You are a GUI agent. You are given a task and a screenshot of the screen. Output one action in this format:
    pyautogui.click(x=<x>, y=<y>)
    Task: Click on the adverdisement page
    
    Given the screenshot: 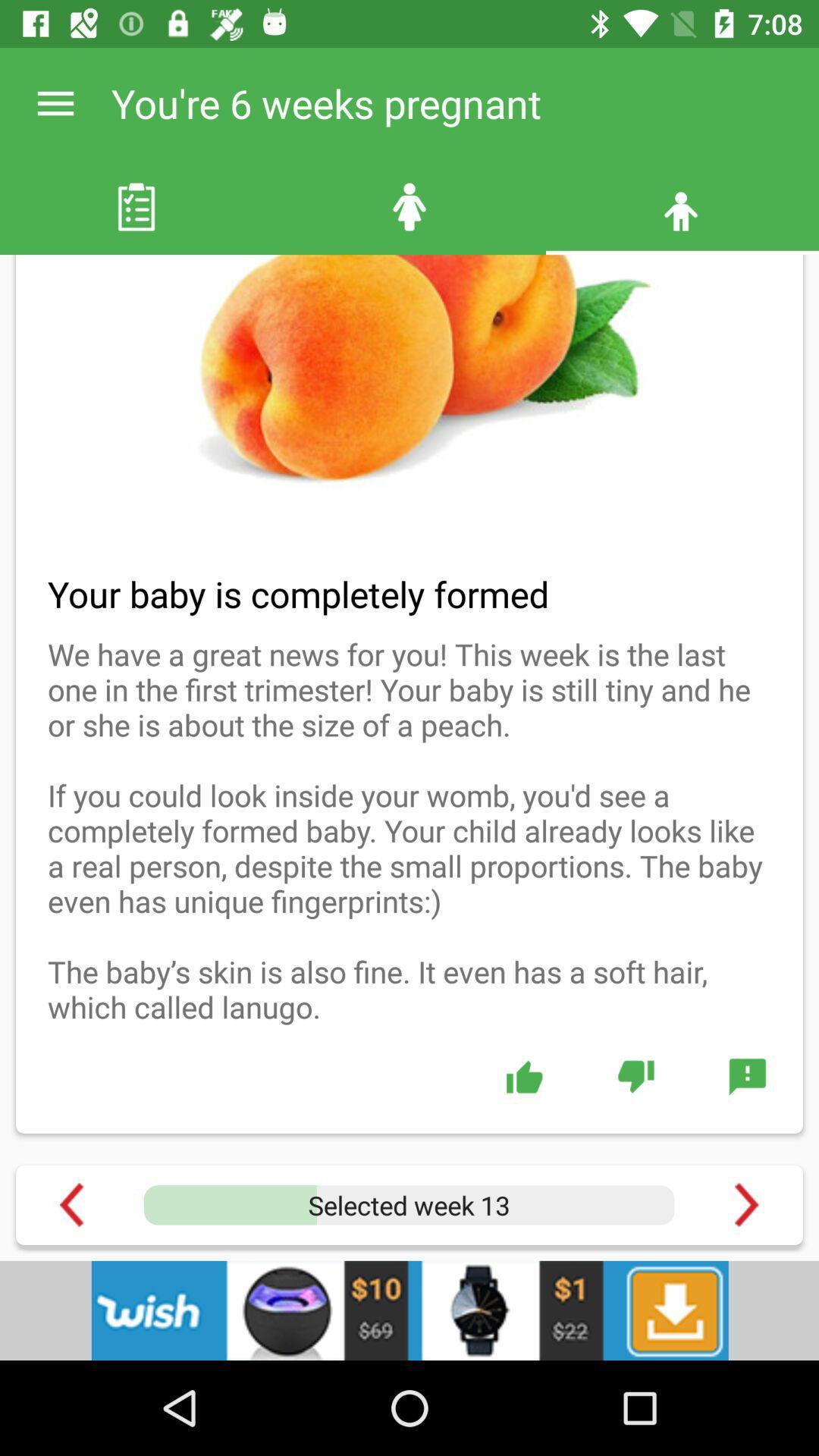 What is the action you would take?
    pyautogui.click(x=409, y=1310)
    